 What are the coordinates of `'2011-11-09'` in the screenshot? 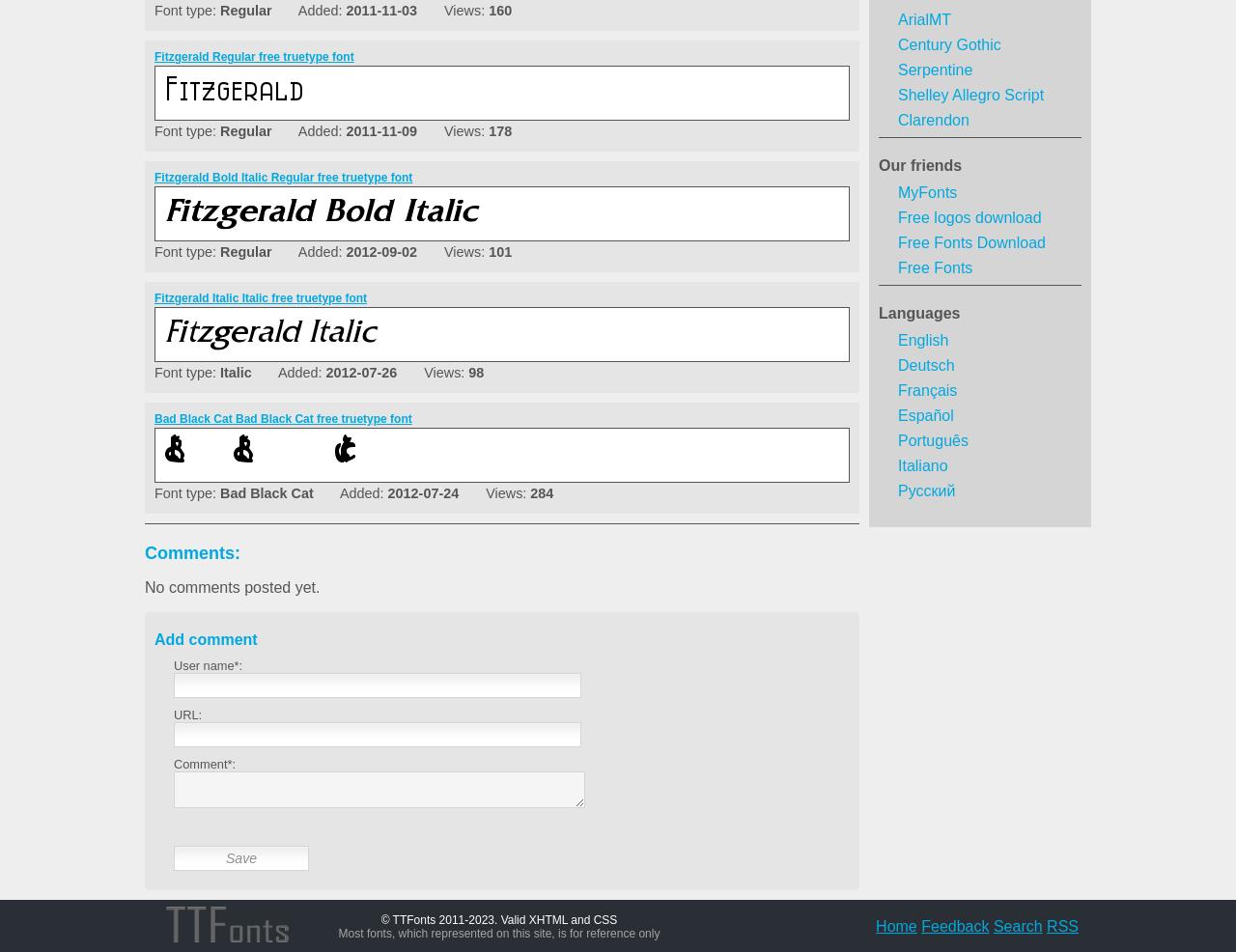 It's located at (381, 130).